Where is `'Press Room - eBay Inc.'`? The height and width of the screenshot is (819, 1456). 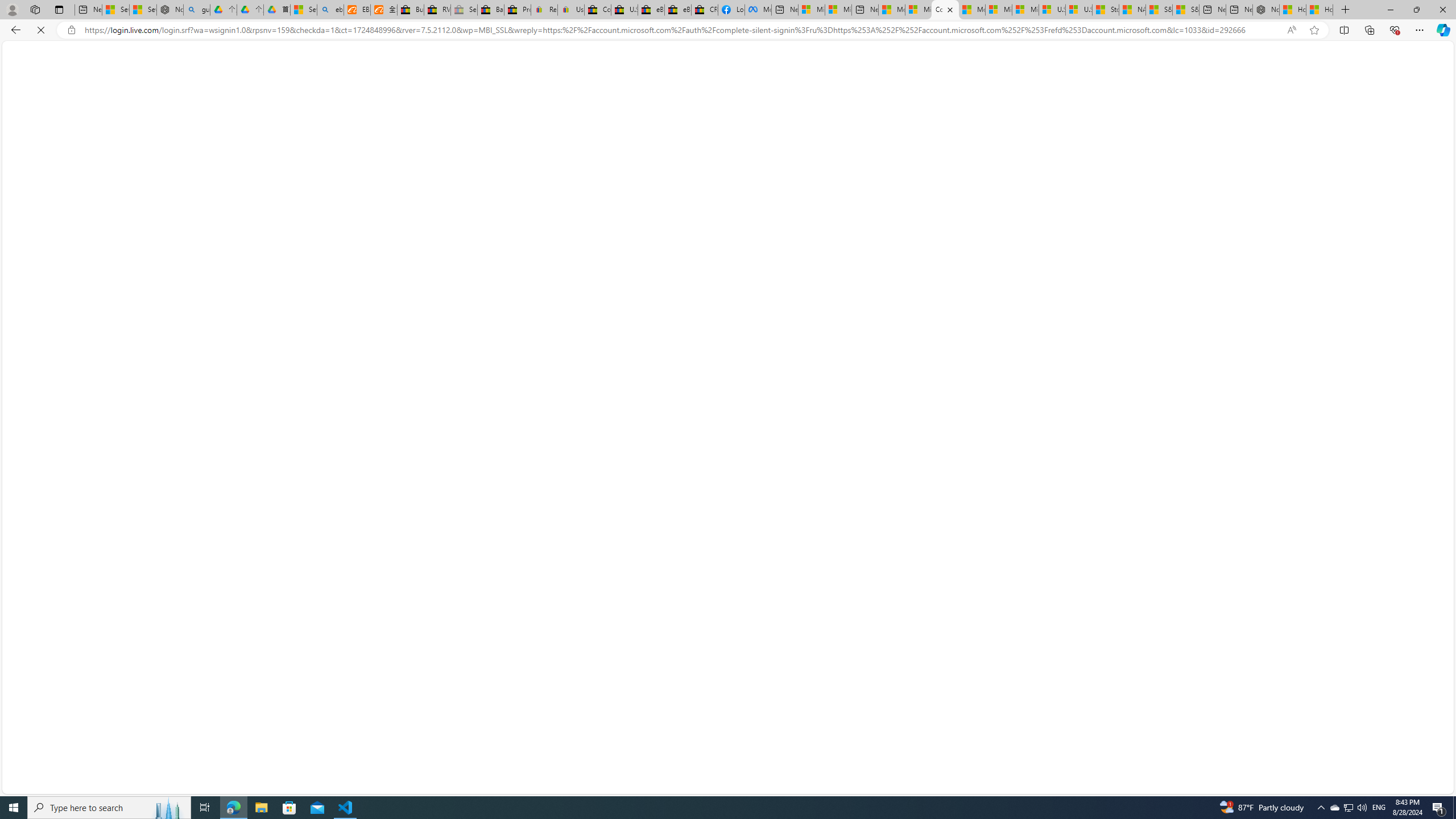
'Press Room - eBay Inc.' is located at coordinates (517, 9).